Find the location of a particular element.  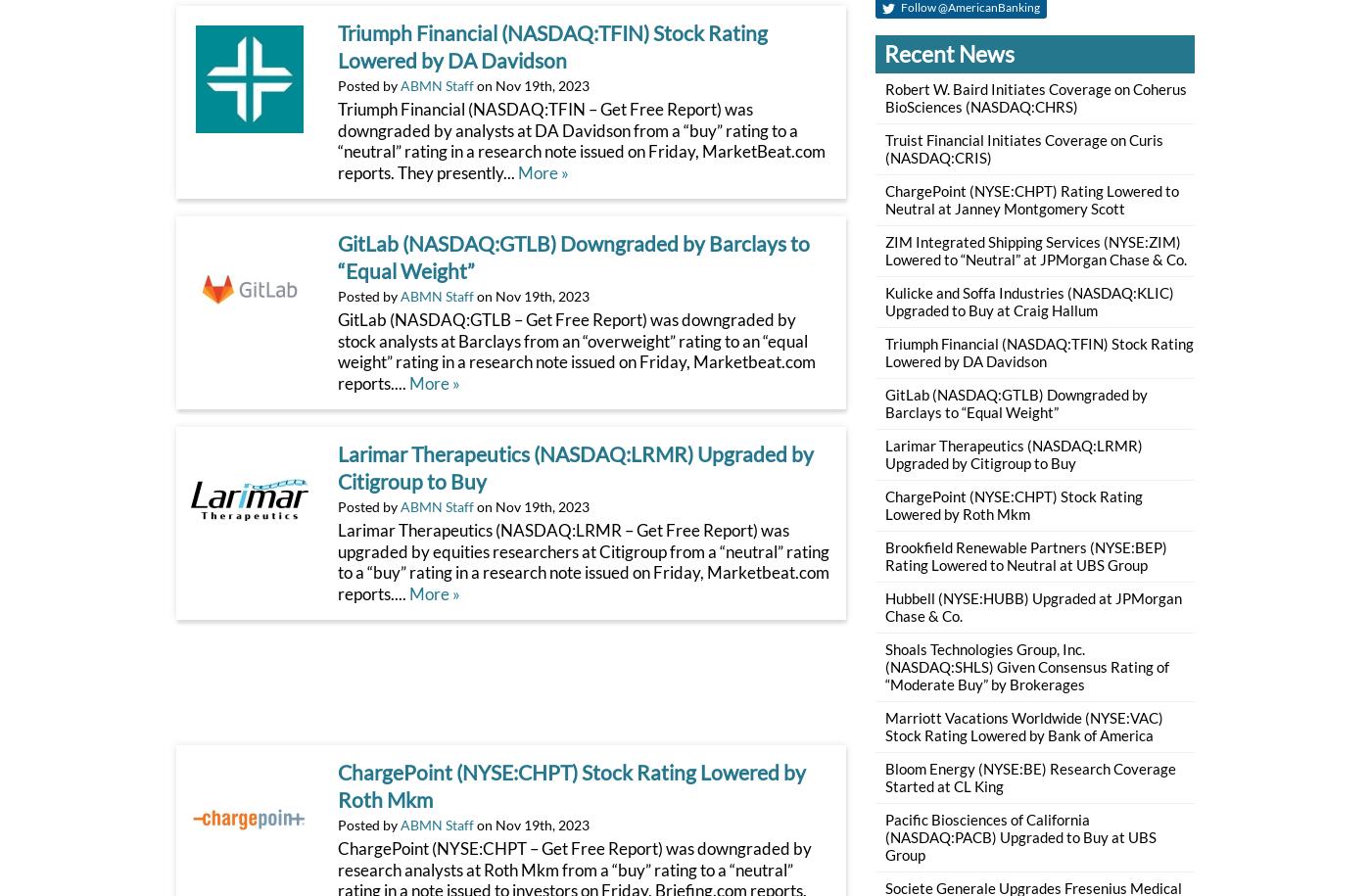

'Truist Financial Initiates Coverage on Curis (NASDAQ:CRIS)' is located at coordinates (1022, 148).